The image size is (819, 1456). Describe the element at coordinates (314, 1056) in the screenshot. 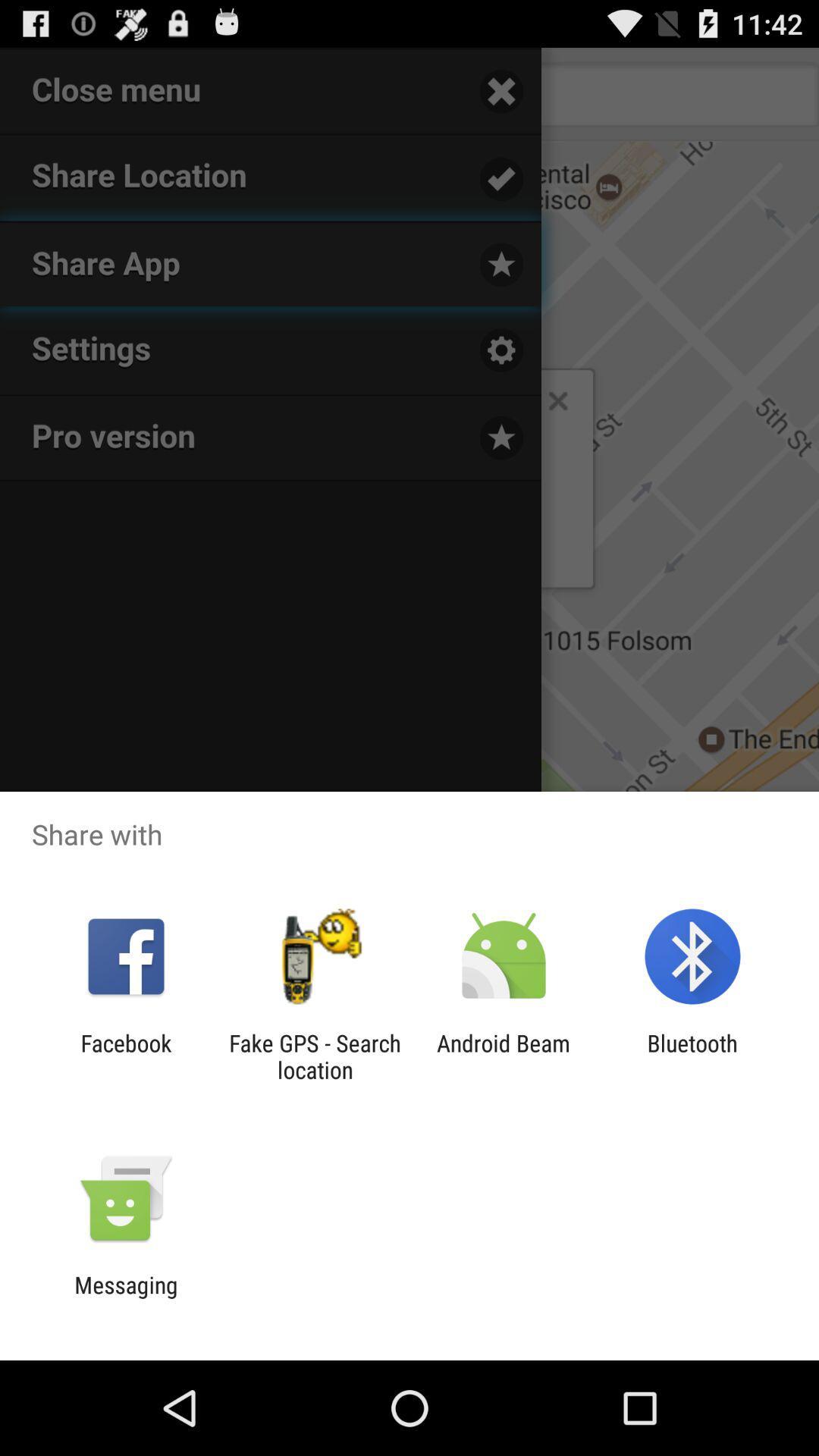

I see `the icon next to android beam icon` at that location.